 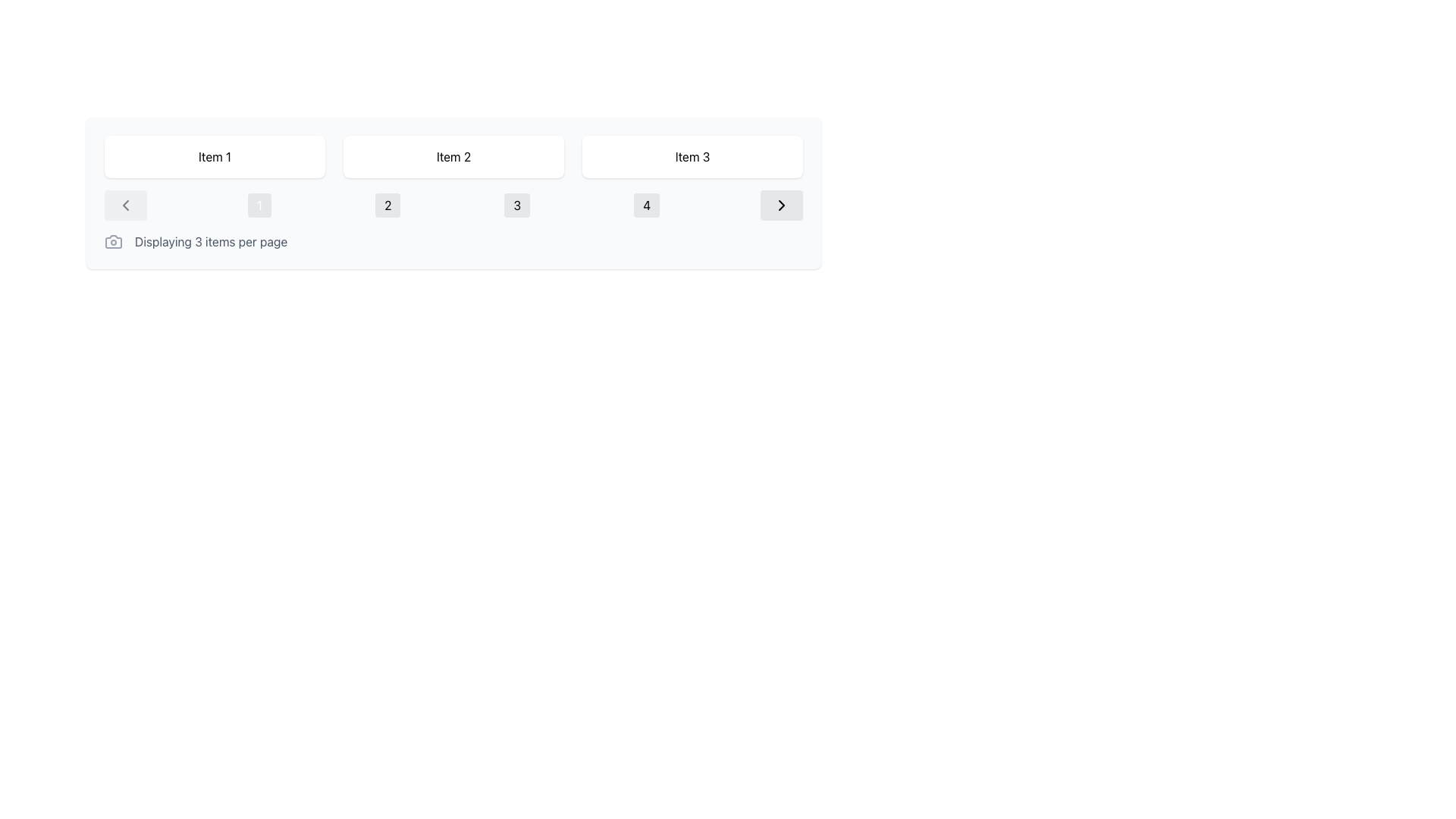 What do you see at coordinates (112, 241) in the screenshot?
I see `the camera icon located in the lower-left section of the horizontal interface bar` at bounding box center [112, 241].